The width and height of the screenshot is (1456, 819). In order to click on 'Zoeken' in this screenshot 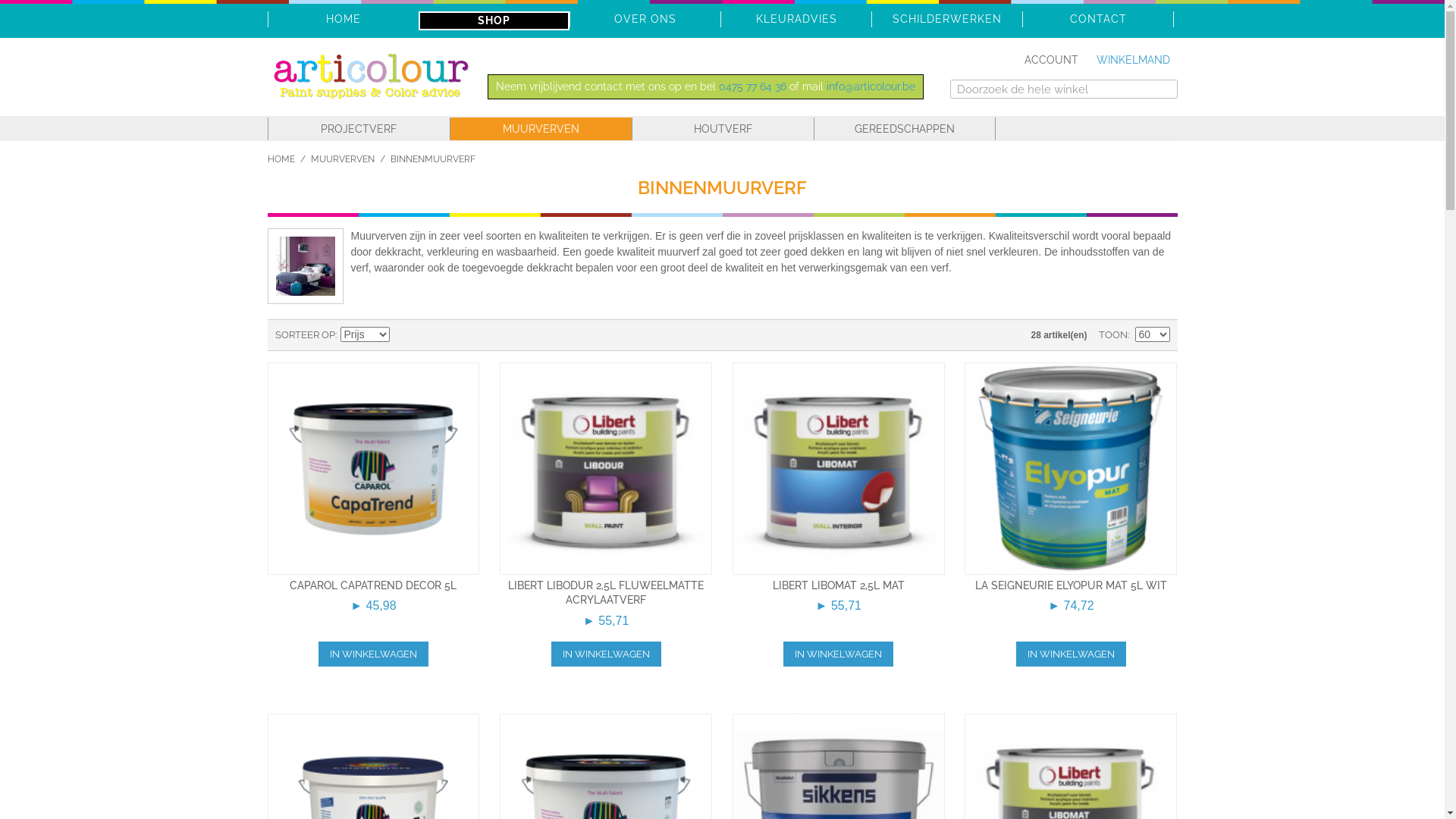, I will do `click(1160, 94)`.